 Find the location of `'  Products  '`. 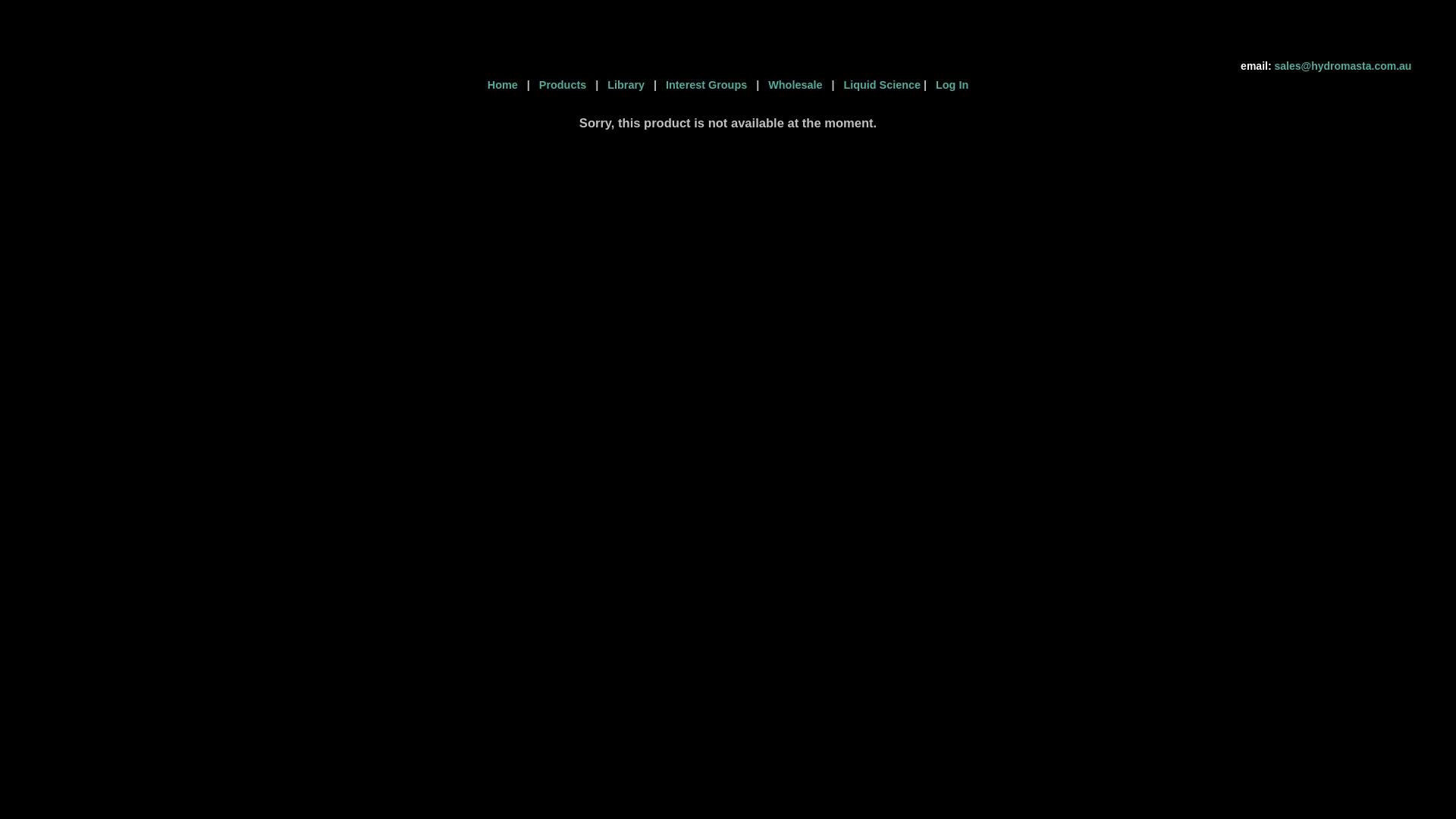

'  Products  ' is located at coordinates (563, 84).